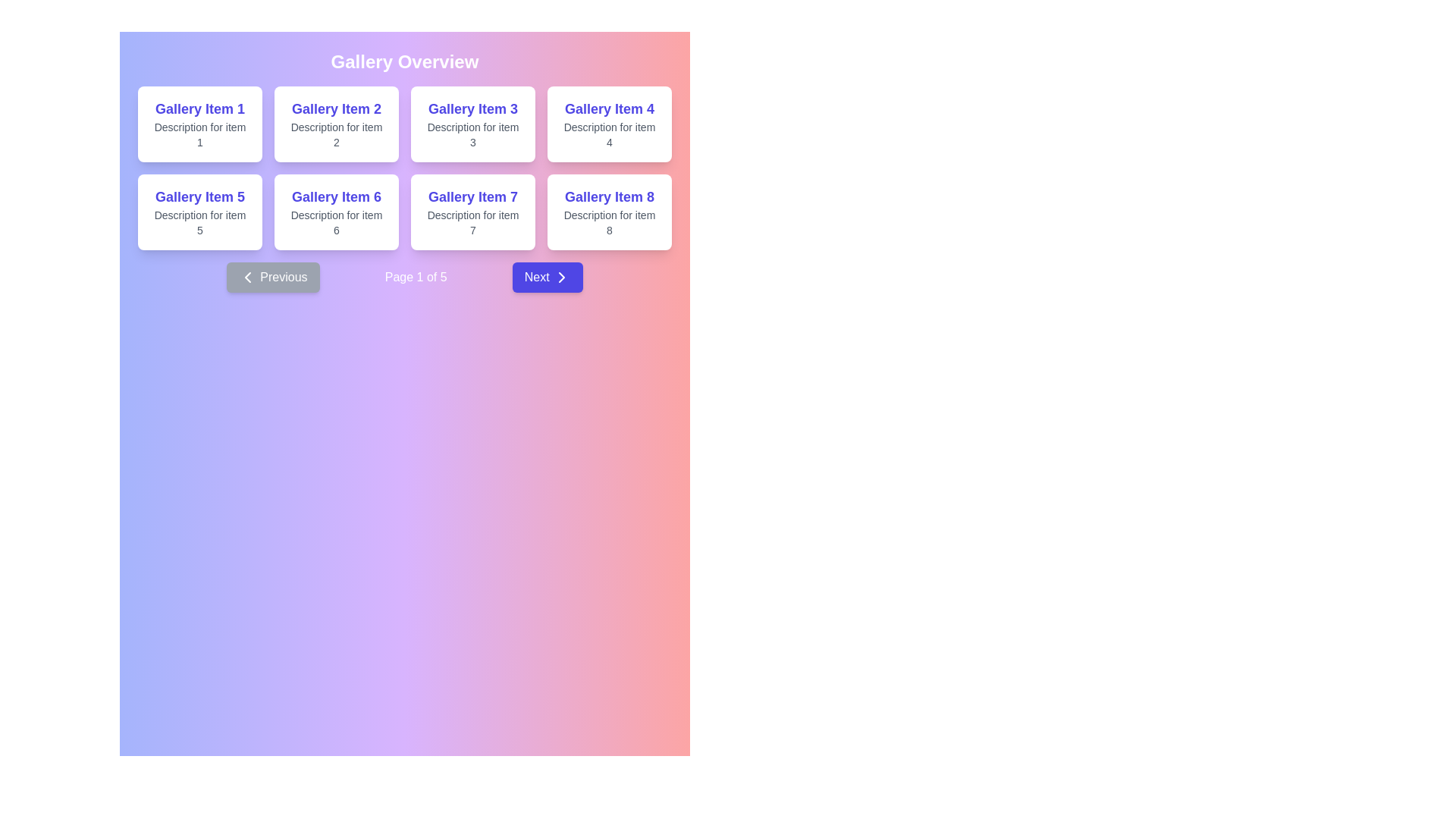  Describe the element at coordinates (273, 278) in the screenshot. I see `the navigation button located to the left of the 'Page 1 of 5' text` at that location.